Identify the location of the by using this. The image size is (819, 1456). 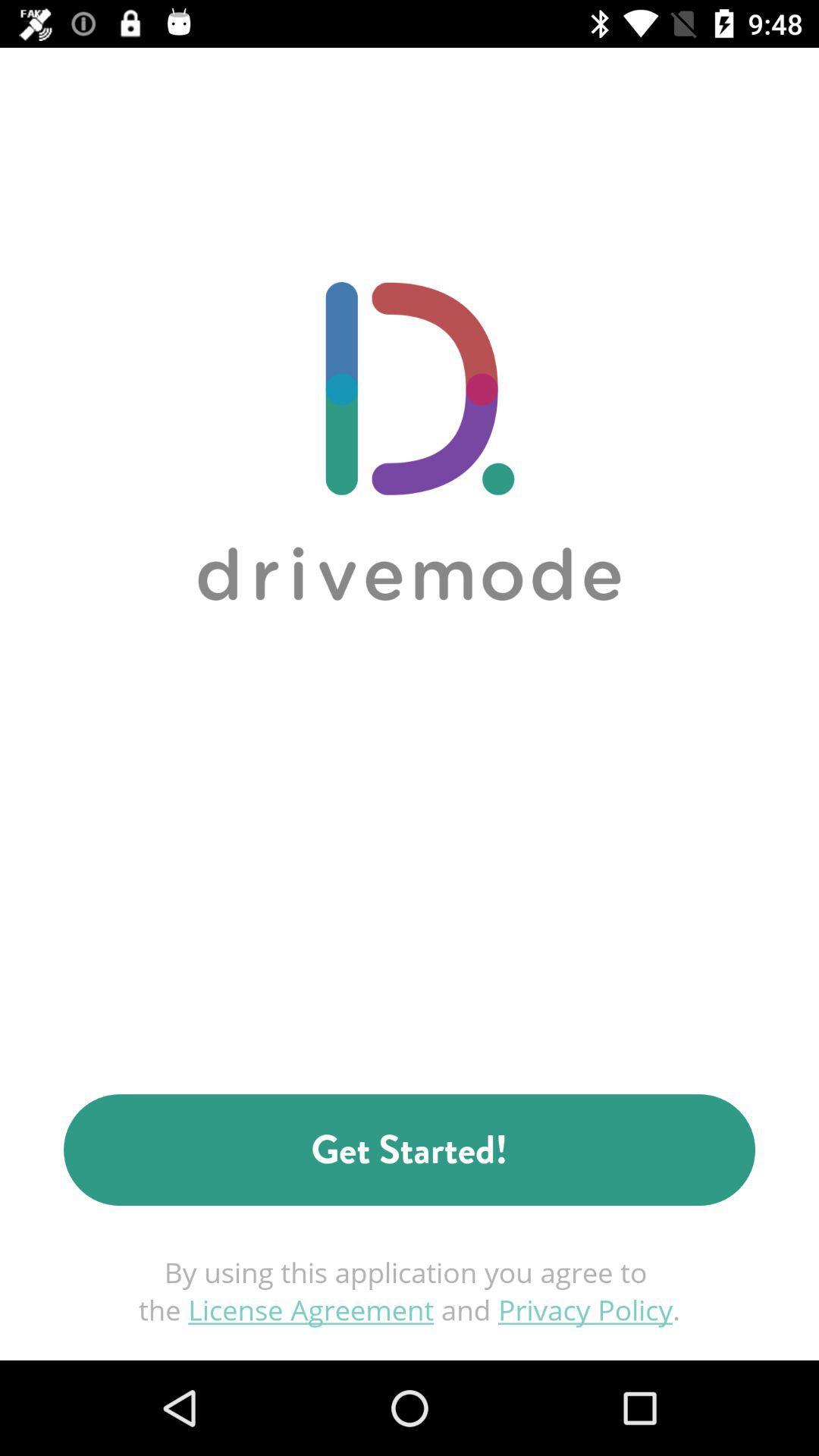
(409, 1290).